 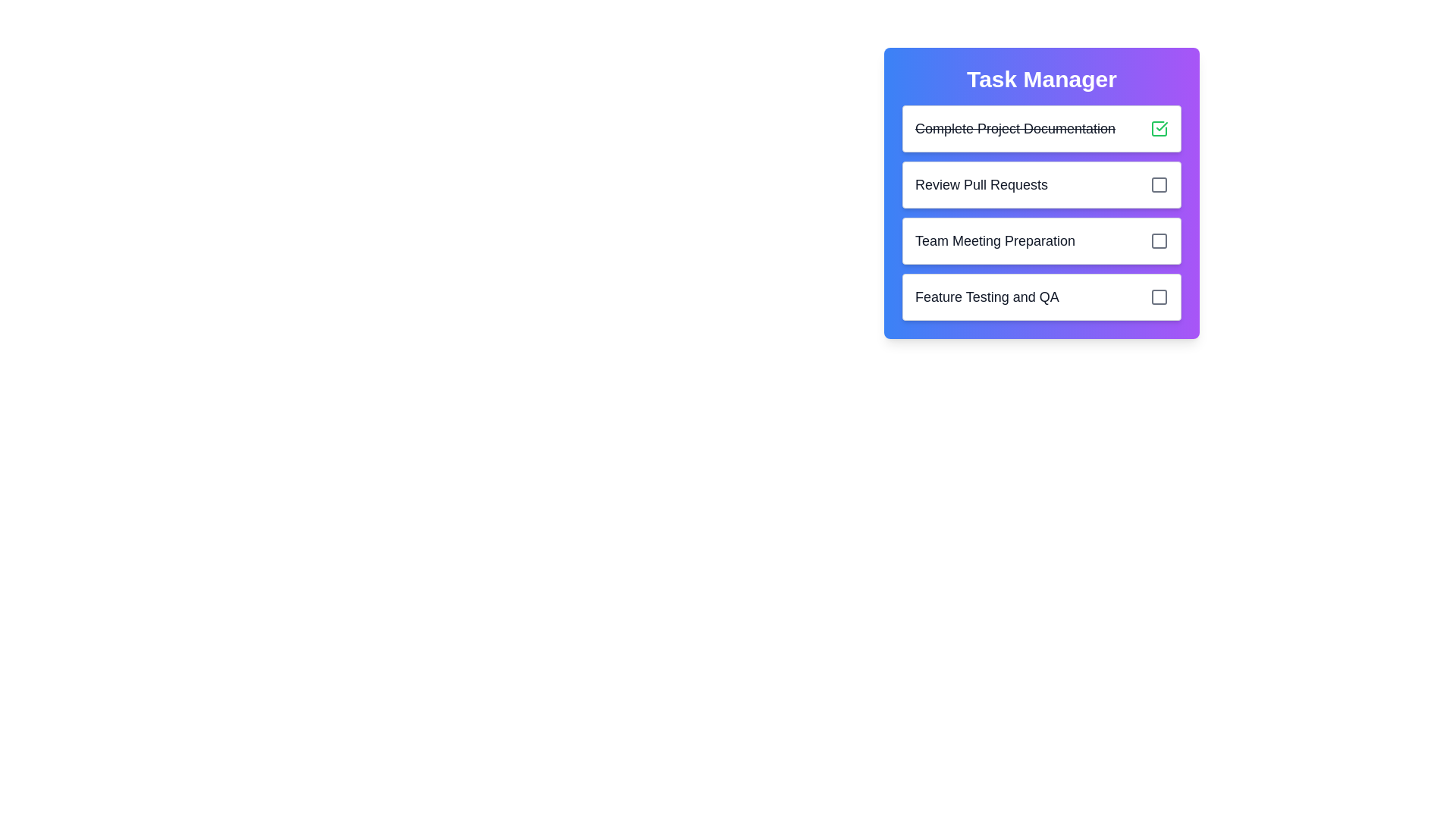 What do you see at coordinates (1015, 127) in the screenshot?
I see `the text label displaying the name of a completed task in the task management system, located below the 'Task Manager' header and next to a green checkmark icon` at bounding box center [1015, 127].